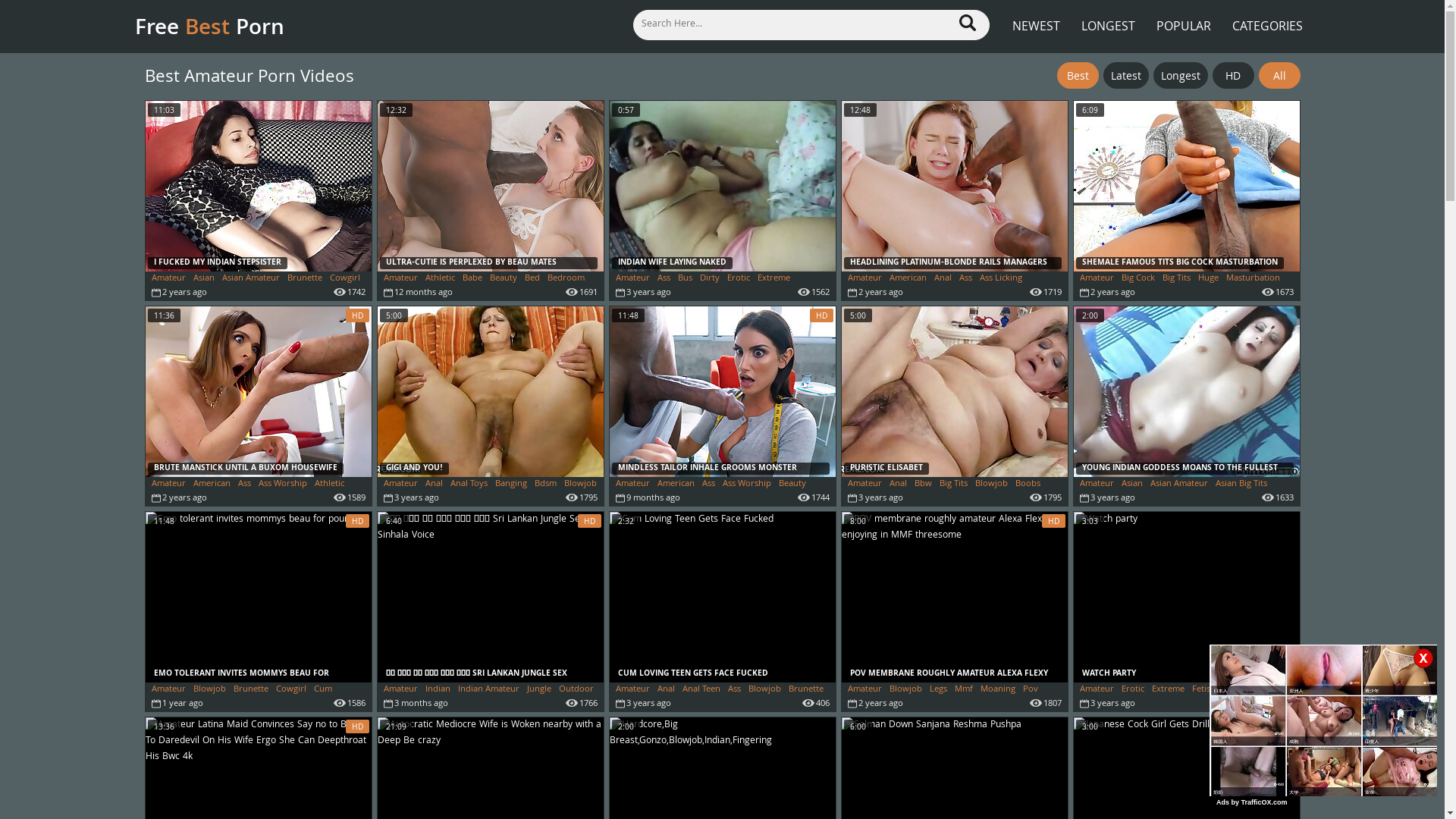 The image size is (1456, 819). I want to click on 'Amateur', so click(383, 484).